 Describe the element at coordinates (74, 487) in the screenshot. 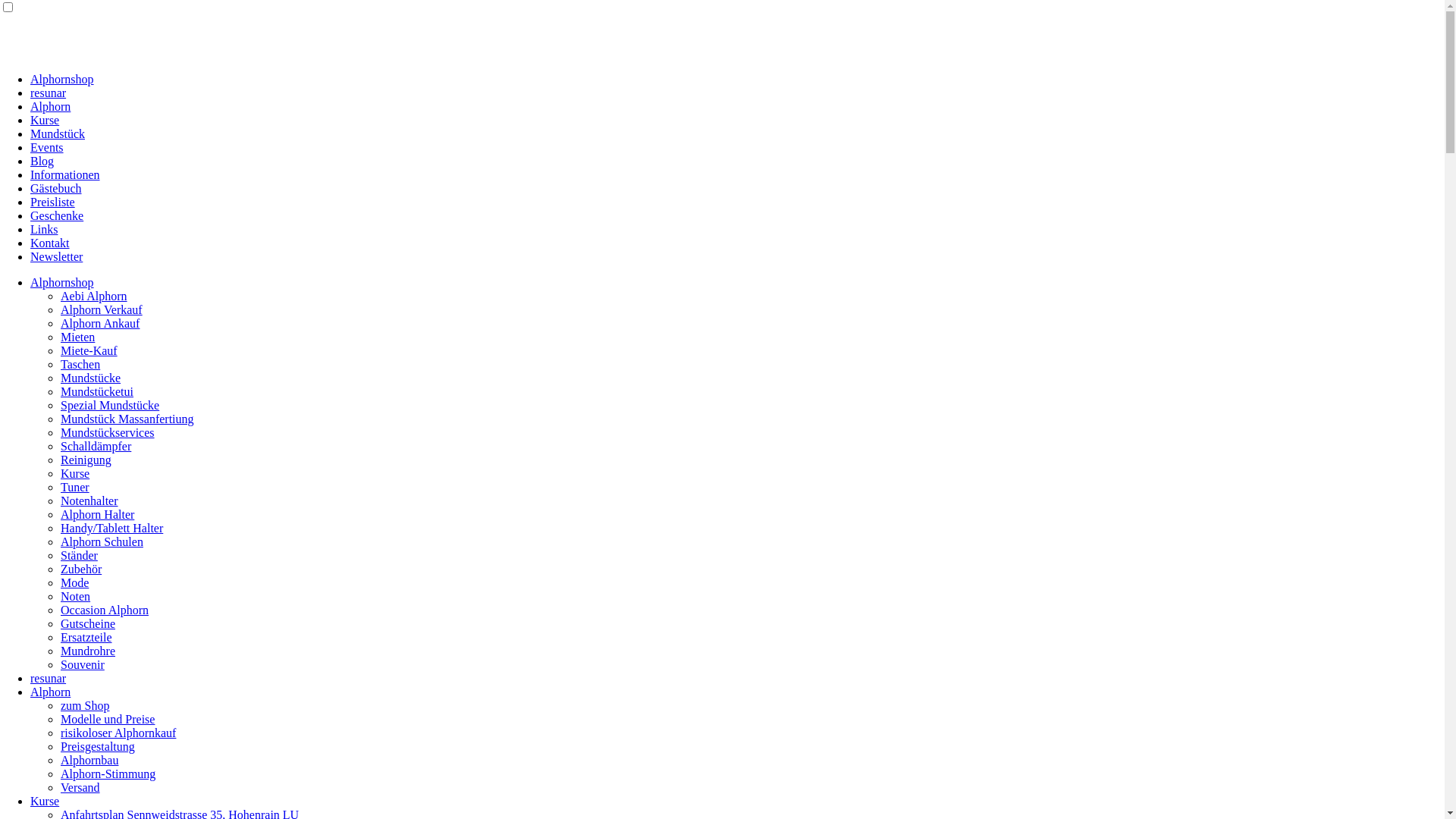

I see `'Tuner'` at that location.